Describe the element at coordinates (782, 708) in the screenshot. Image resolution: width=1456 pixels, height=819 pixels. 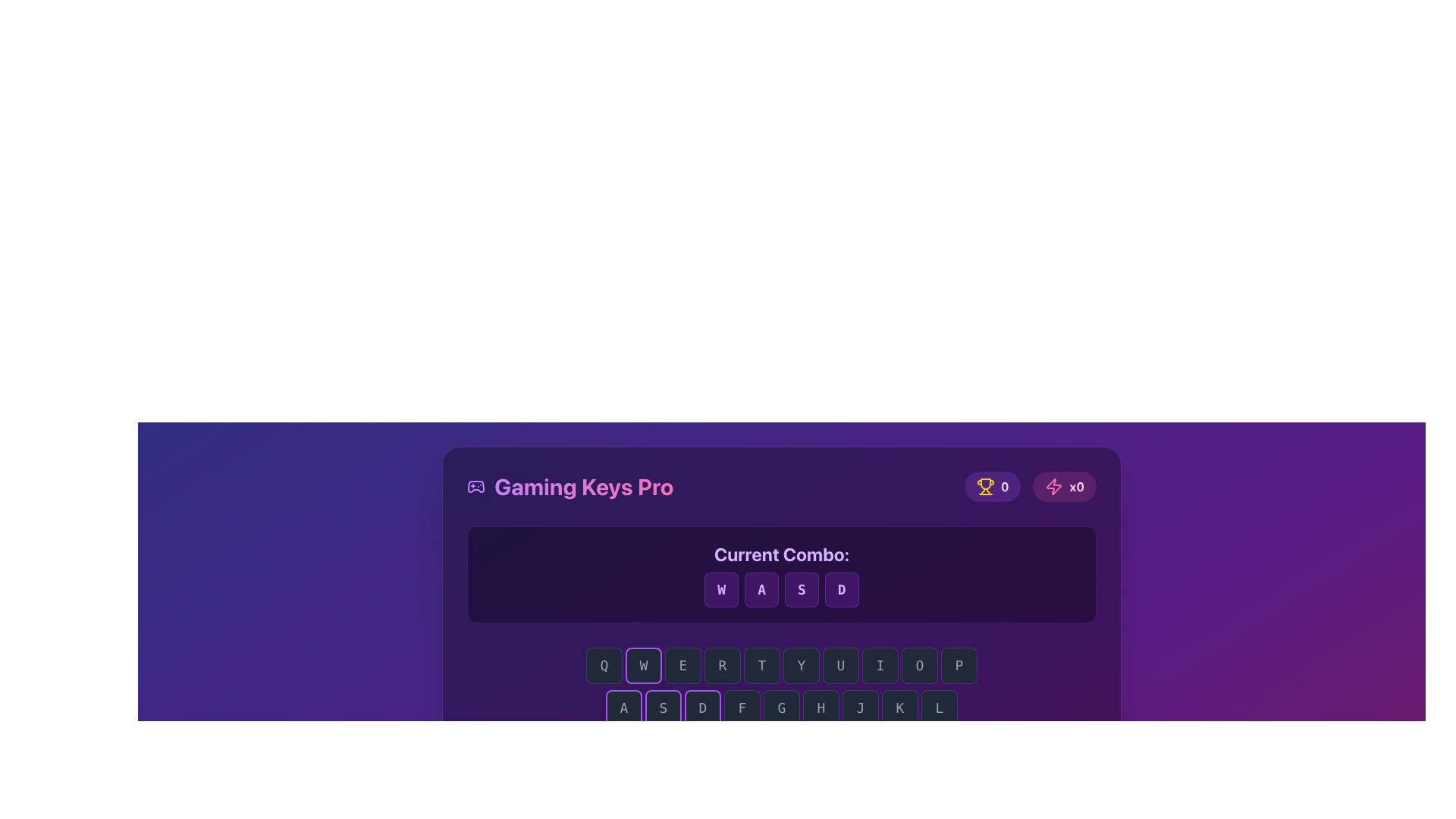
I see `the 'G' button on the virtual keyboard to interact with it` at that location.